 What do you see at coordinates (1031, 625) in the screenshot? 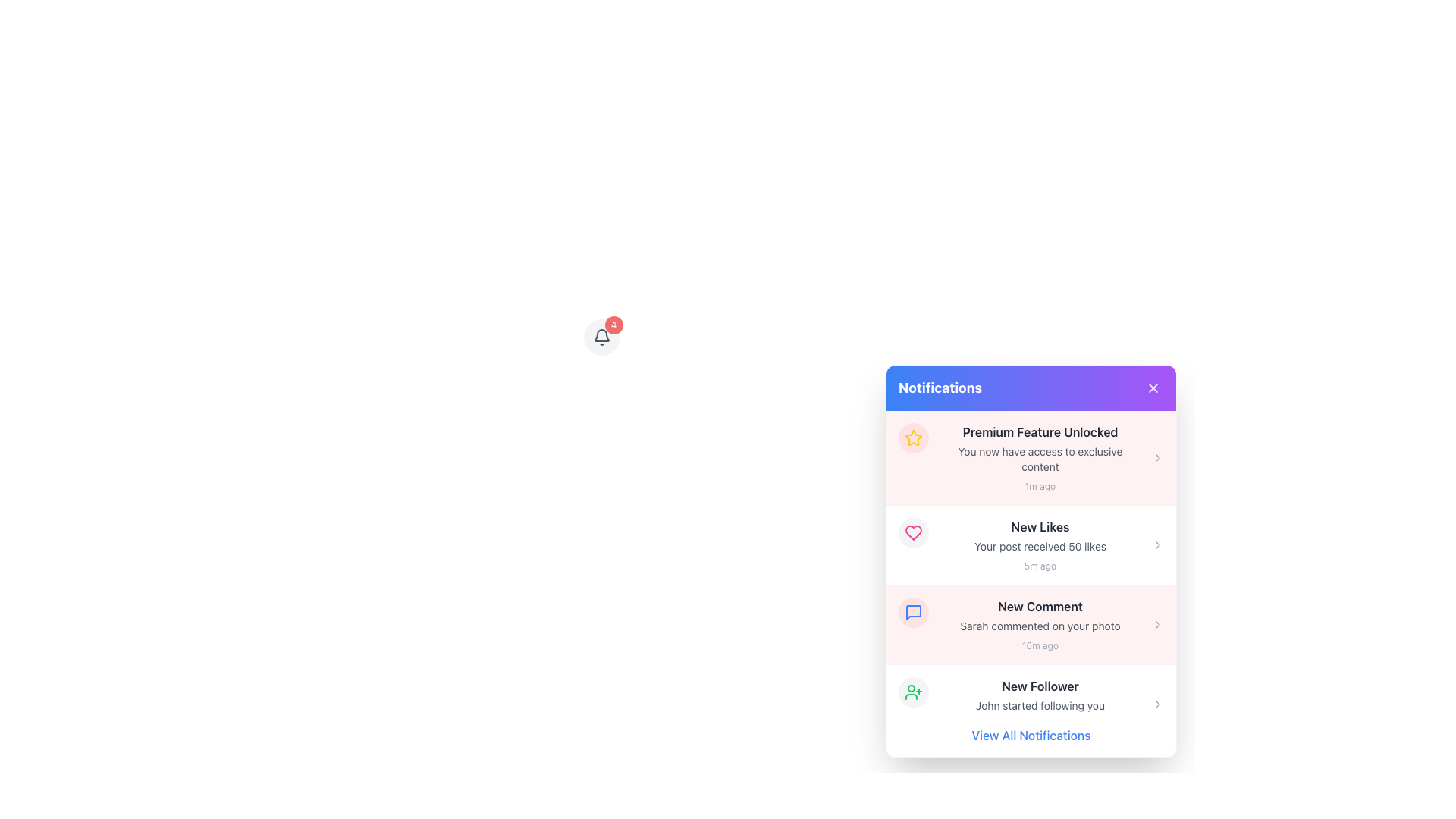
I see `the notification item with a light pink background that contains the header 'New Comment', a message from 'Sarah', and a timestamp '10m ago'` at bounding box center [1031, 625].